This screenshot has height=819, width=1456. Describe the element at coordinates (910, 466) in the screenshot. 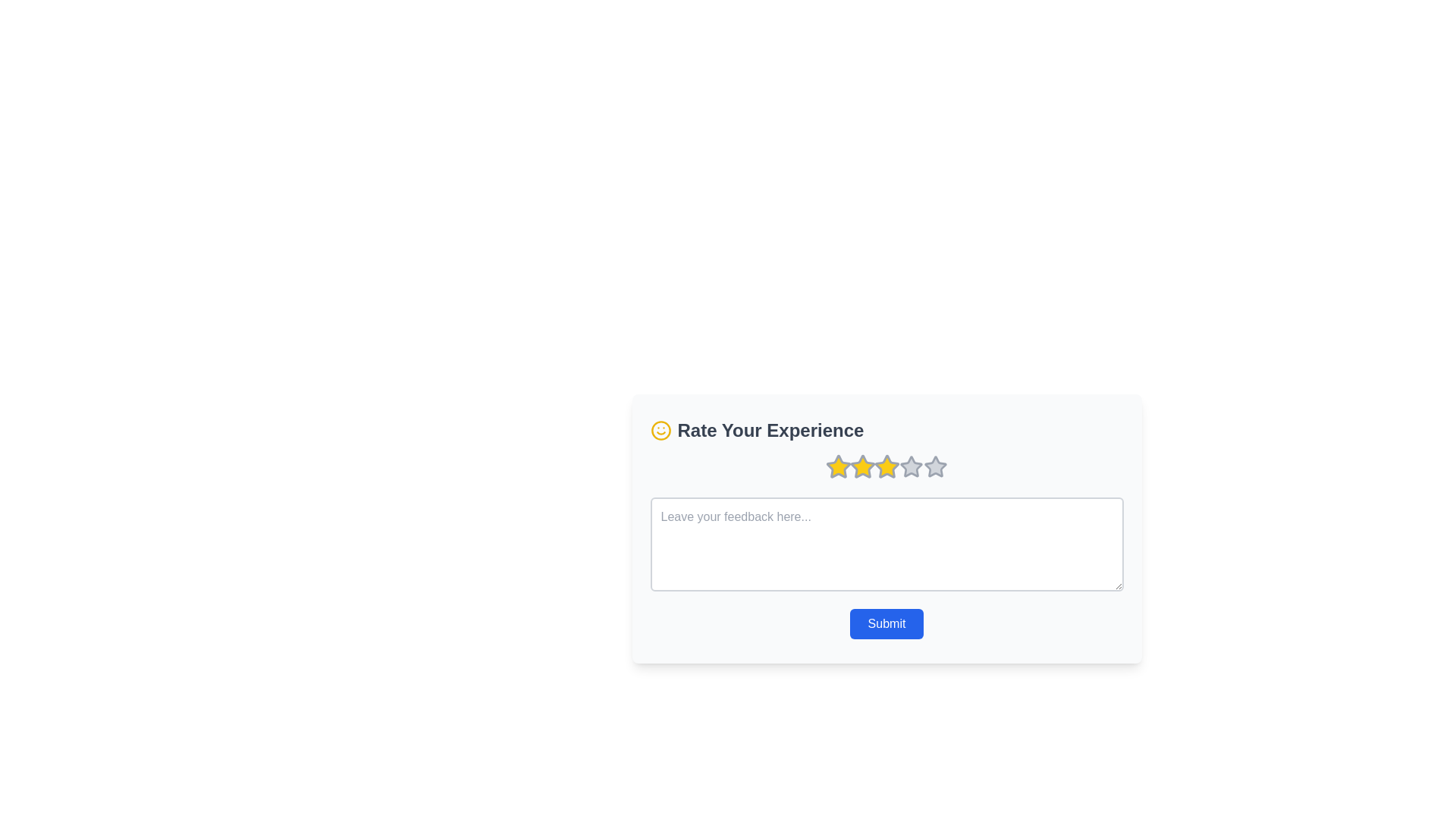

I see `the fifth rating star` at that location.